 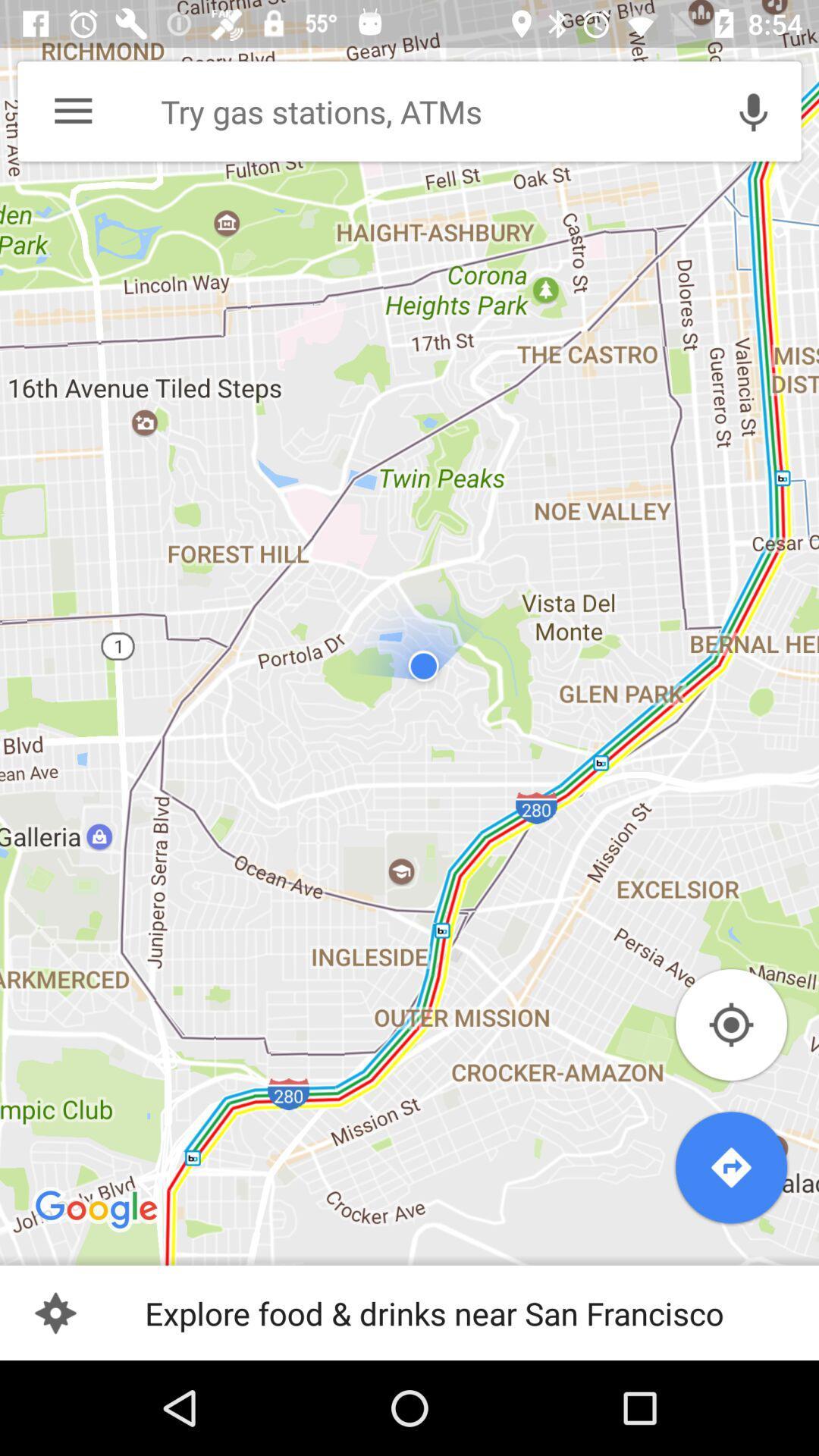 What do you see at coordinates (754, 111) in the screenshot?
I see `voice recorder` at bounding box center [754, 111].